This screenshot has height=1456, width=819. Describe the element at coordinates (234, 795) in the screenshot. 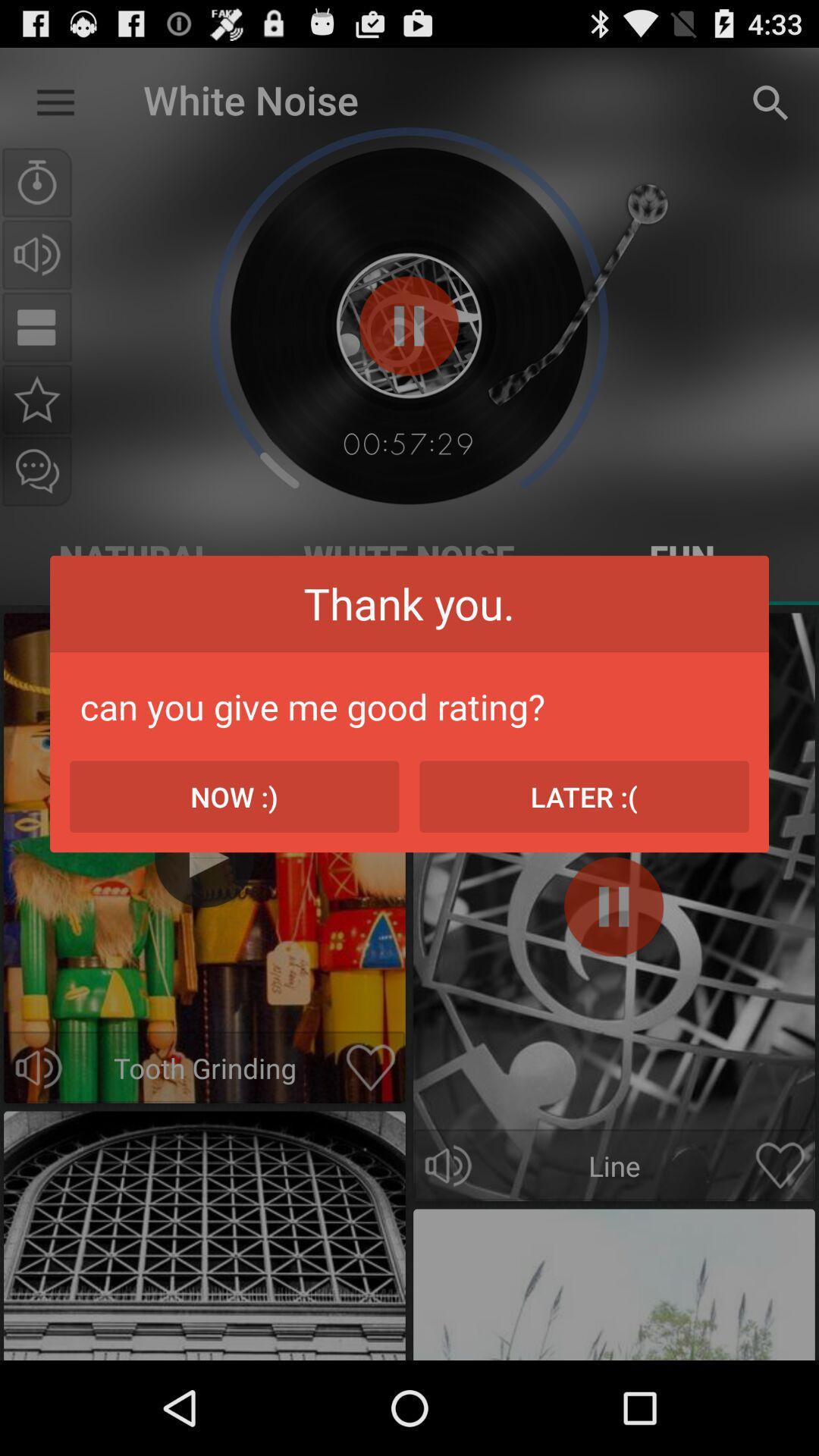

I see `the icon on the left` at that location.